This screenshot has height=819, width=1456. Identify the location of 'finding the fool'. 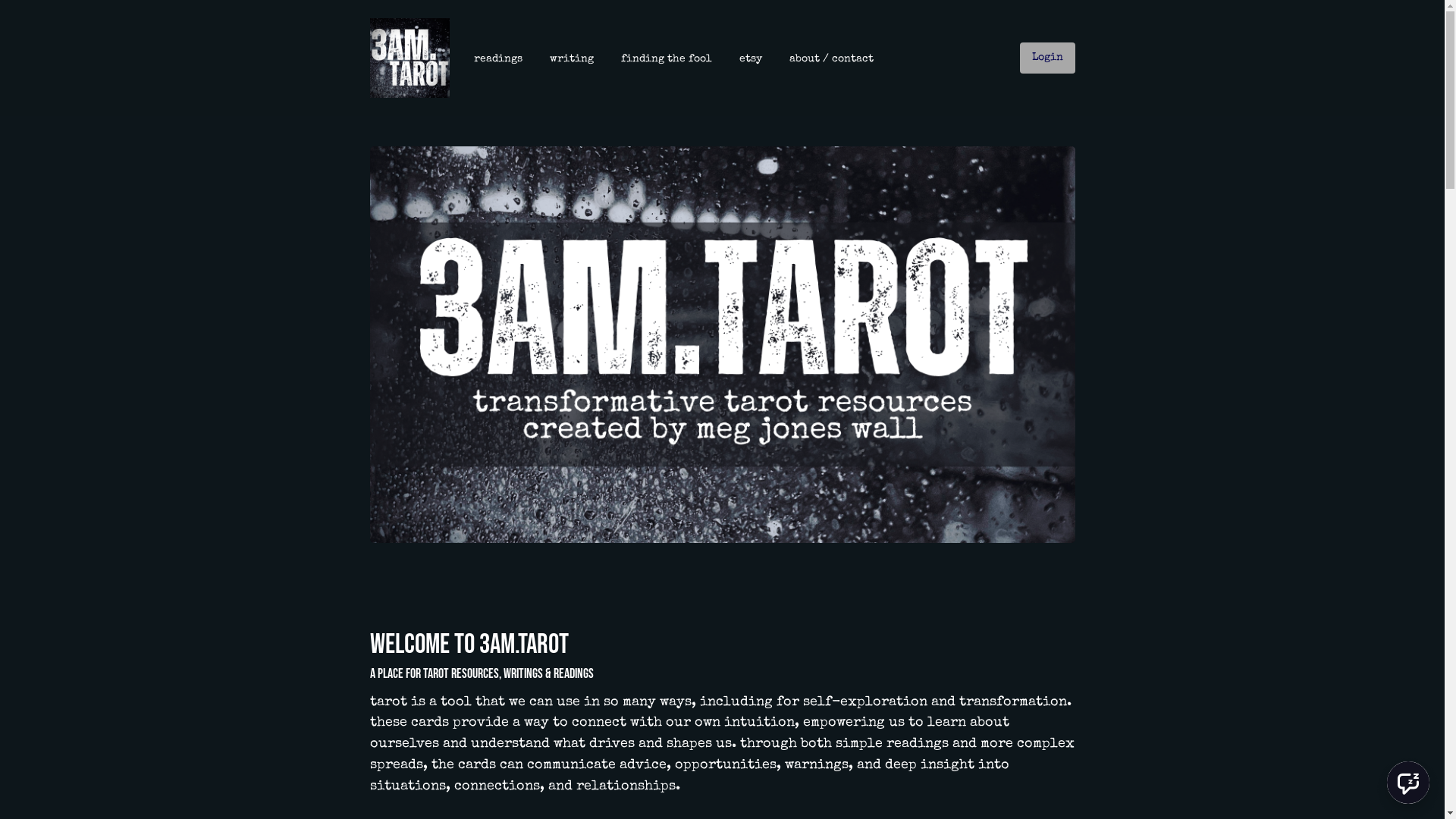
(620, 58).